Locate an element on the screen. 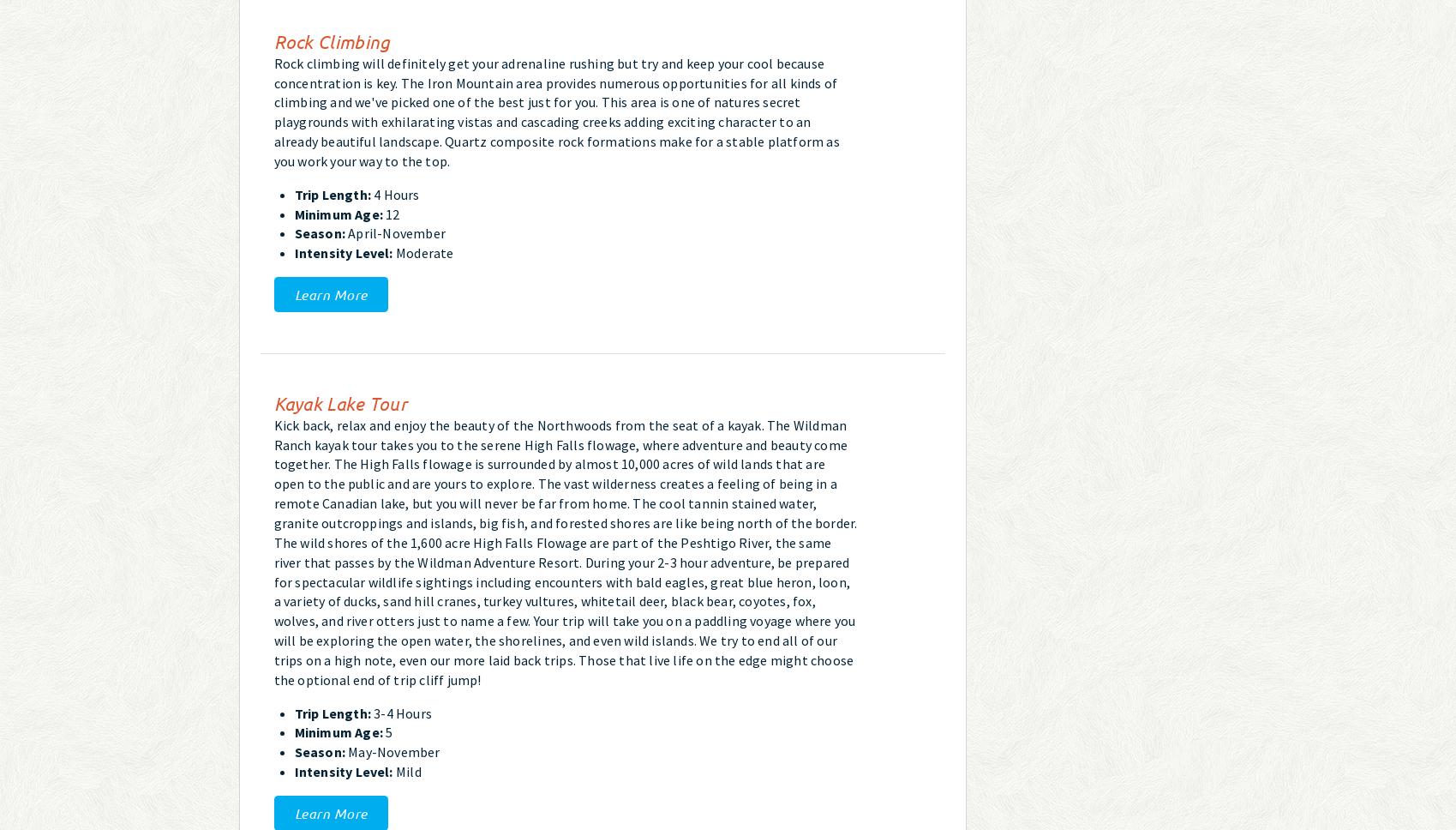  'Kick back, relax and enjoy the beauty of the Northwoods from the seat of a kayak. The Wildman Ranch kayak tour takes you to the serene High Falls flowage, where adventure and beauty come together. The High Falls flowage is surrounded by almost 10,000 acres of wild lands that are open to the public and are yours to explore. The vast wilderness creates a feeling of being in a remote Canadian lake, but you will never be far from home. The cool tannin stained water, granite outcroppings and islands, big fish, and forested shores are like being north of the border. The wild shores of the 1,600 acre High Falls Flowage are part of the Peshtigo River, the same river that passes by the Wildman Adventure Resort. During your 2-3 hour adventure, be prepared for spectacular wildlife sightings including encounters with bald eagles, great blue heron, loon, a variety of ducks, sand hill cranes, turkey vultures, whitetail deer, black bear, coyotes, fox, wolves, and river otters just to name a few. Your trip will take you on a paddling voyage where you will be exploring the open water, the shorelines, and even wild islands. We try to end all of our trips on a high note, even our more laid back trips. Those that live life on the edge might choose the optional end of trip cliff jump!' is located at coordinates (565, 550).